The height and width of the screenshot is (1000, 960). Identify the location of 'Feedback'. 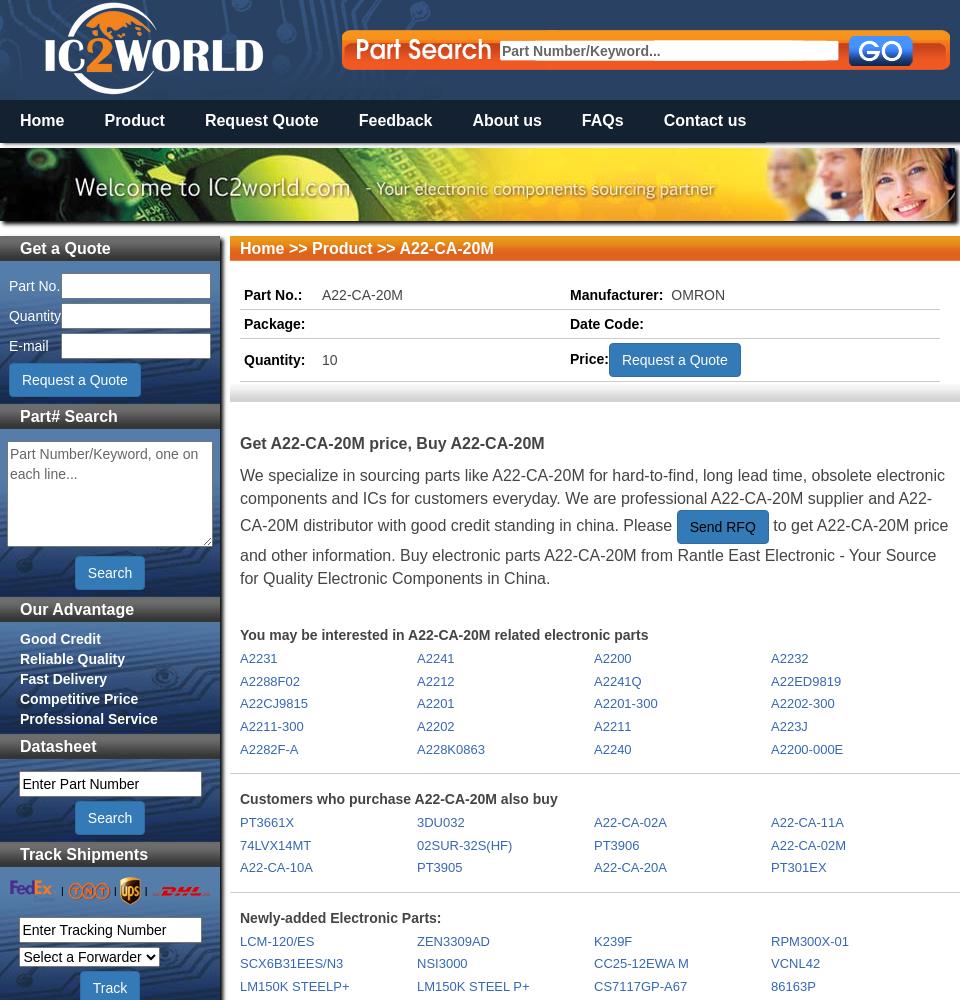
(394, 119).